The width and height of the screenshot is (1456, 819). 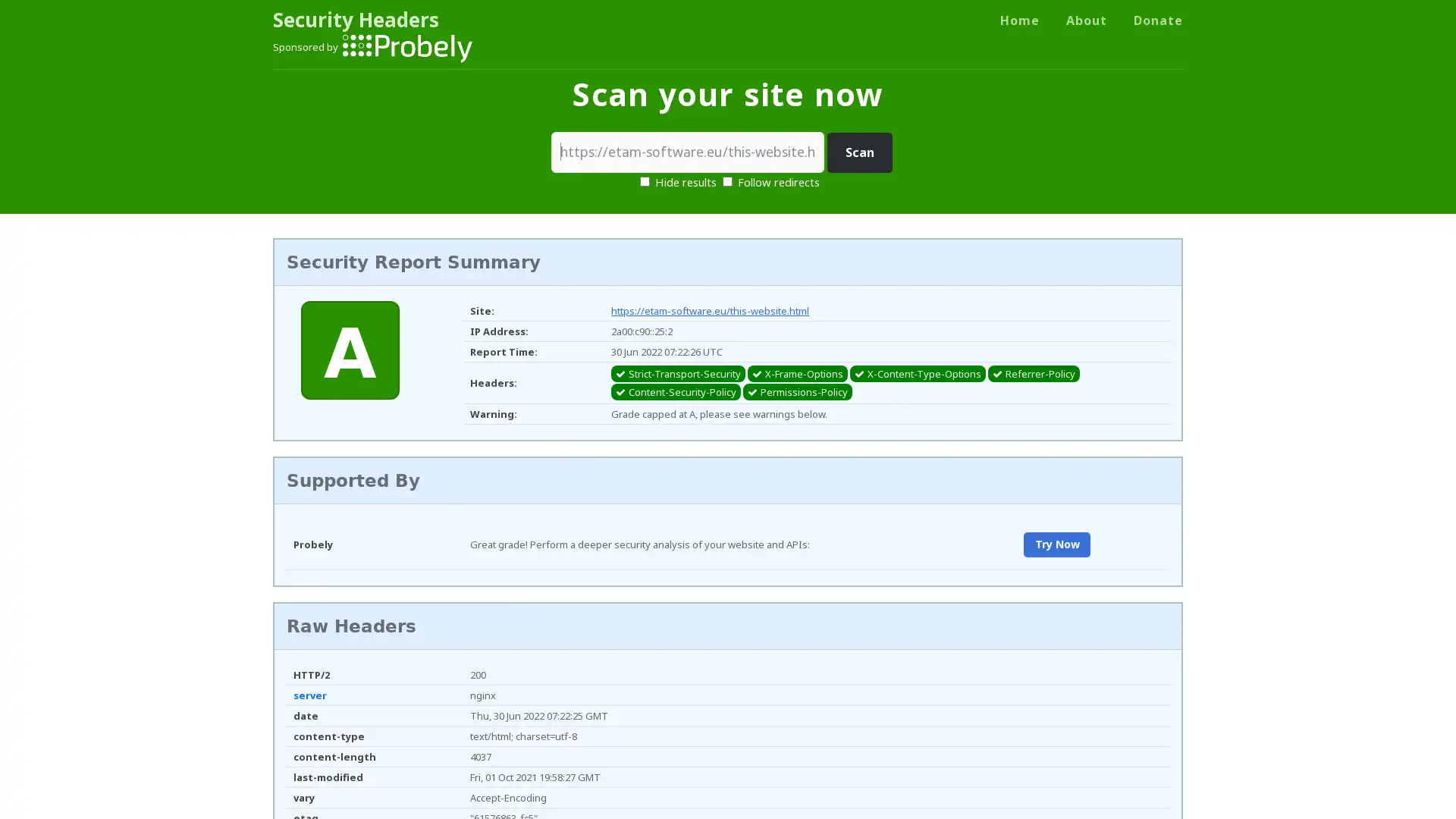 I want to click on Try Now, so click(x=1056, y=544).